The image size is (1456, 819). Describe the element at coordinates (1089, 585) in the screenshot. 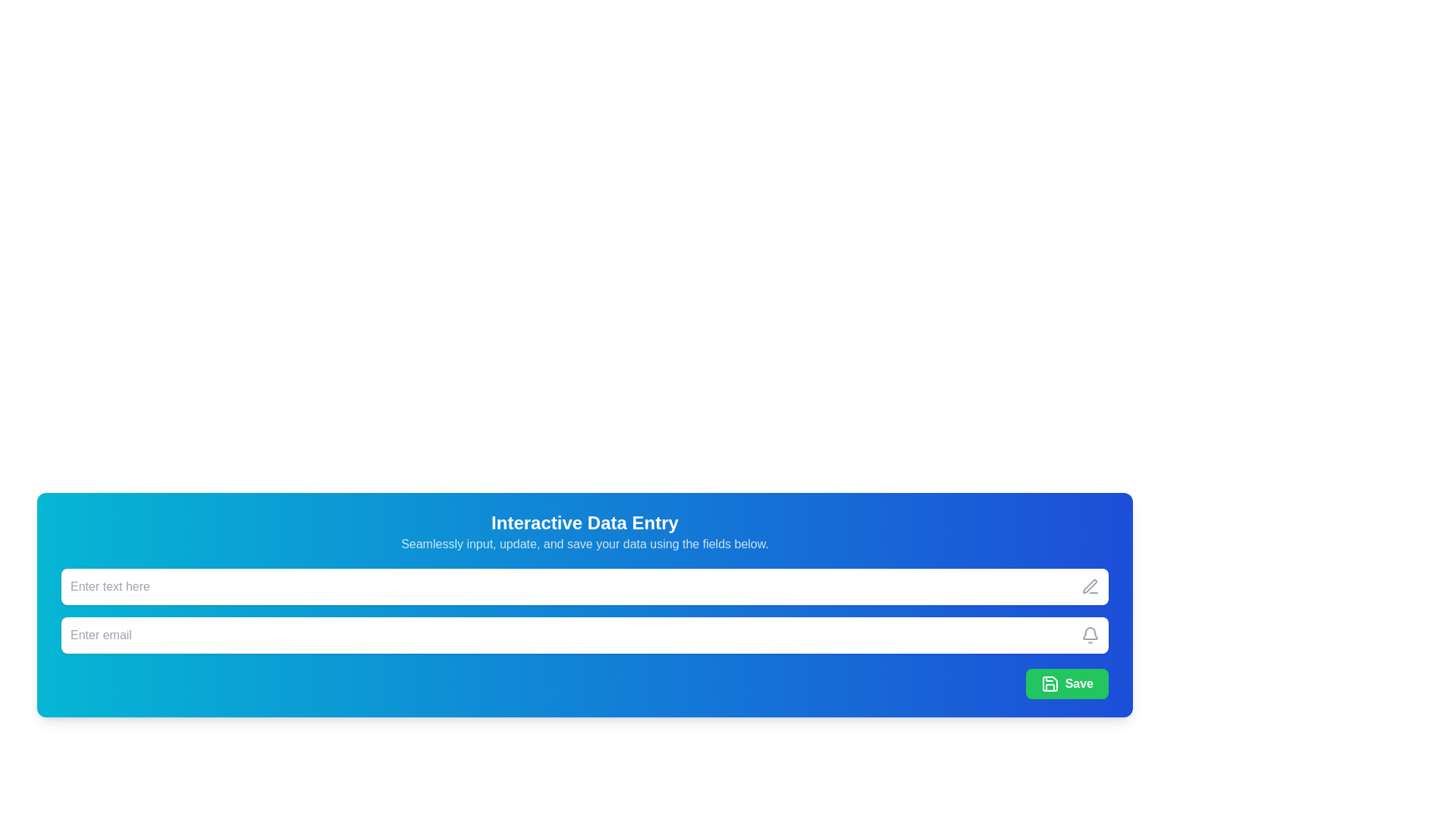

I see `the small gray pen icon located at the right end of the top input field inside the blue background area` at that location.